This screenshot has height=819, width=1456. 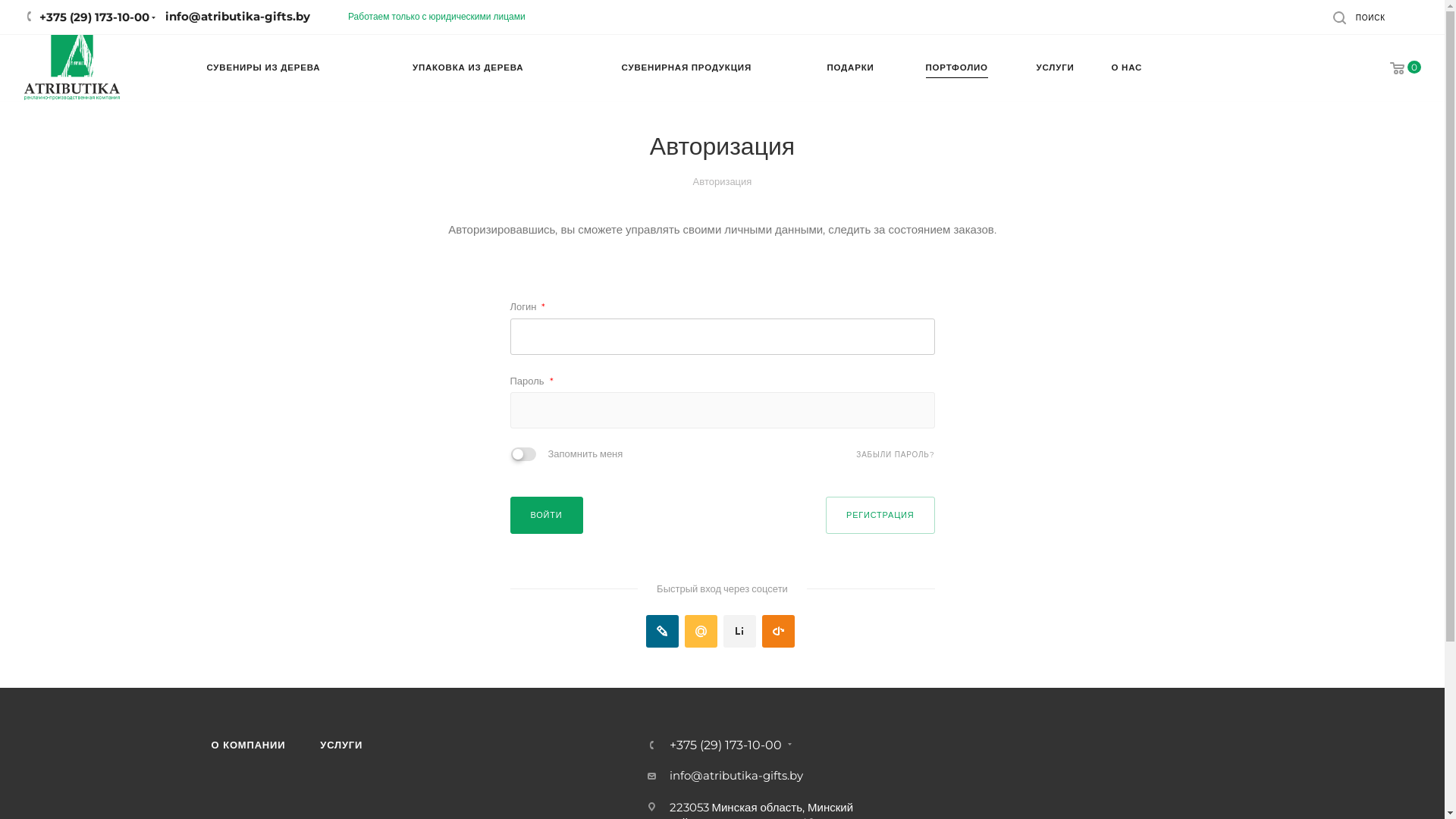 I want to click on '0', so click(x=1395, y=68).